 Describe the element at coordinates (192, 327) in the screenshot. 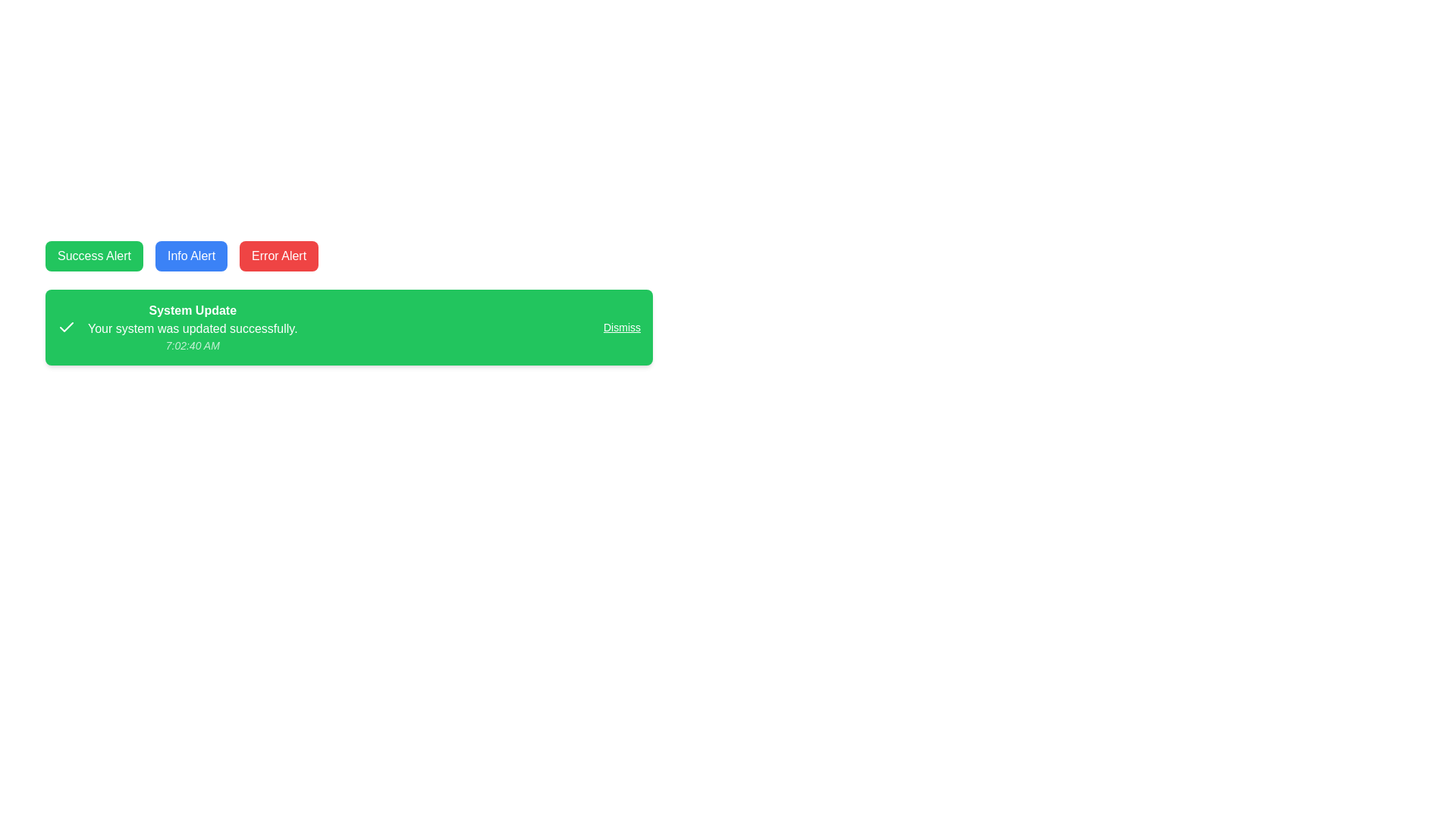

I see `the informational text block that indicates a successful system update, located in the green notification card, positioned near the left-center area, right of the checkmark icon and above the 'Dismiss' link` at that location.